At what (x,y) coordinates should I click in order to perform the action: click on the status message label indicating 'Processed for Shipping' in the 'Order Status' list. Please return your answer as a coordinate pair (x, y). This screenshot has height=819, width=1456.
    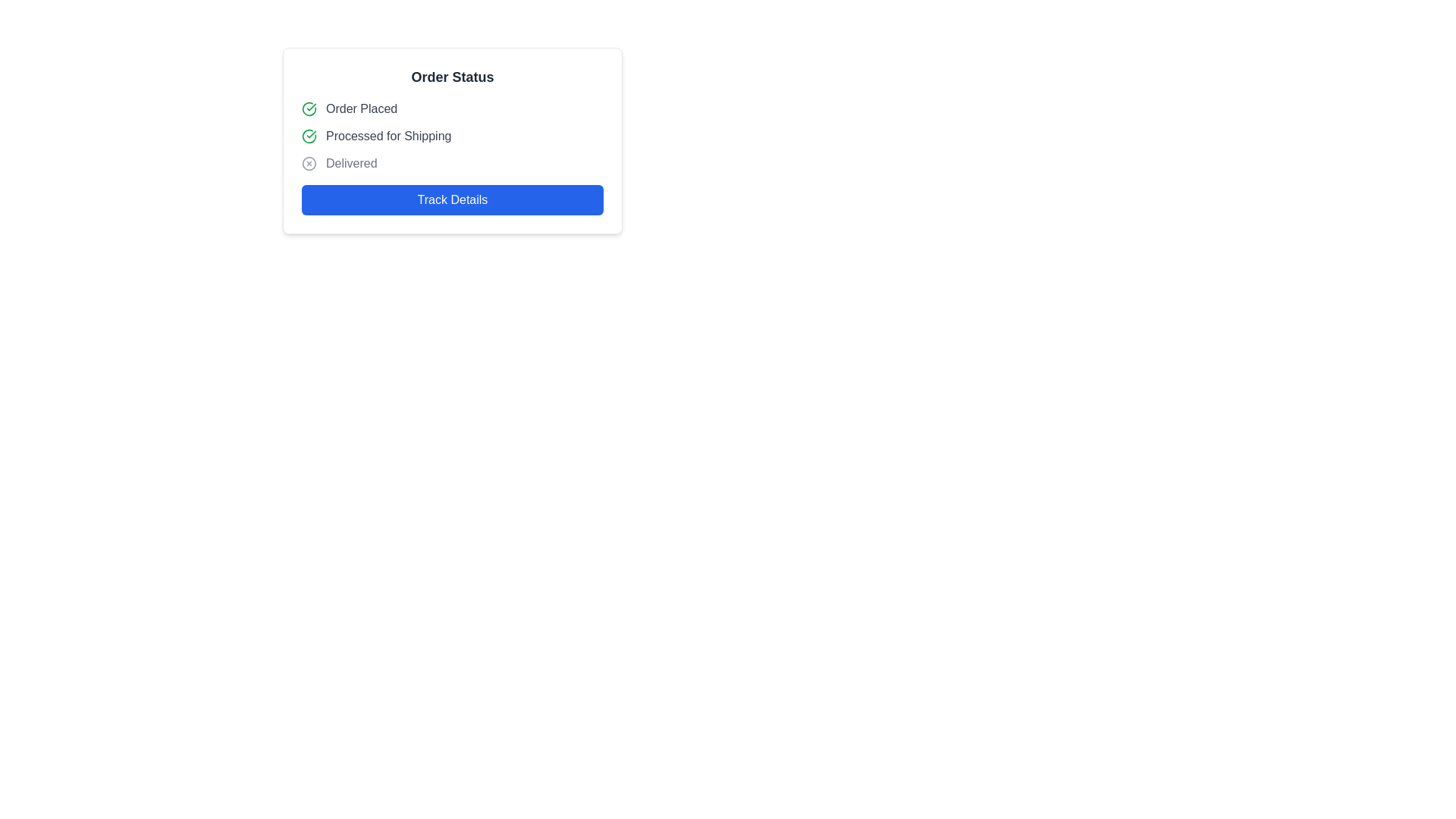
    Looking at the image, I should click on (388, 136).